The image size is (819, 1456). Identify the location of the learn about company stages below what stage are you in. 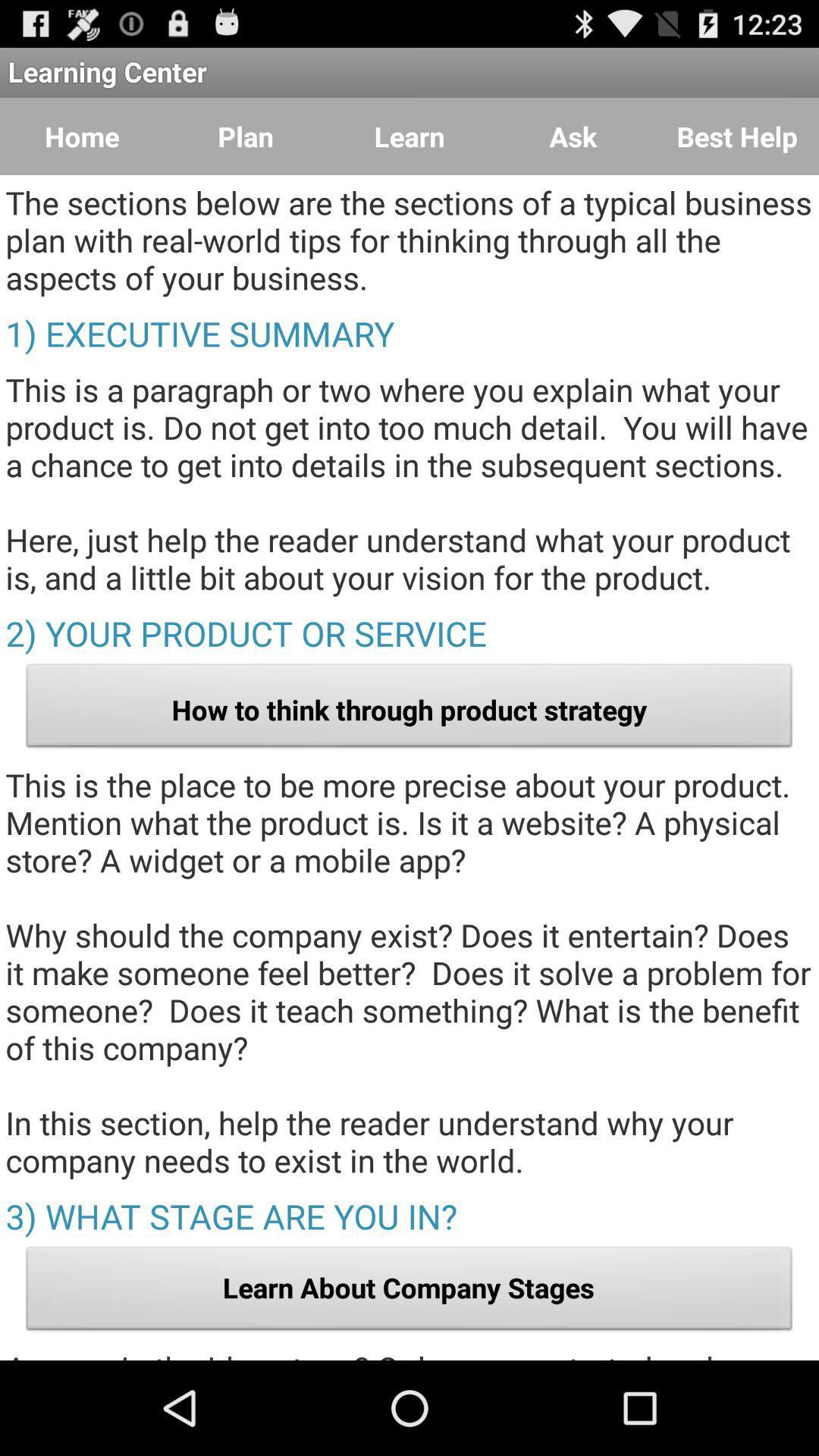
(409, 1291).